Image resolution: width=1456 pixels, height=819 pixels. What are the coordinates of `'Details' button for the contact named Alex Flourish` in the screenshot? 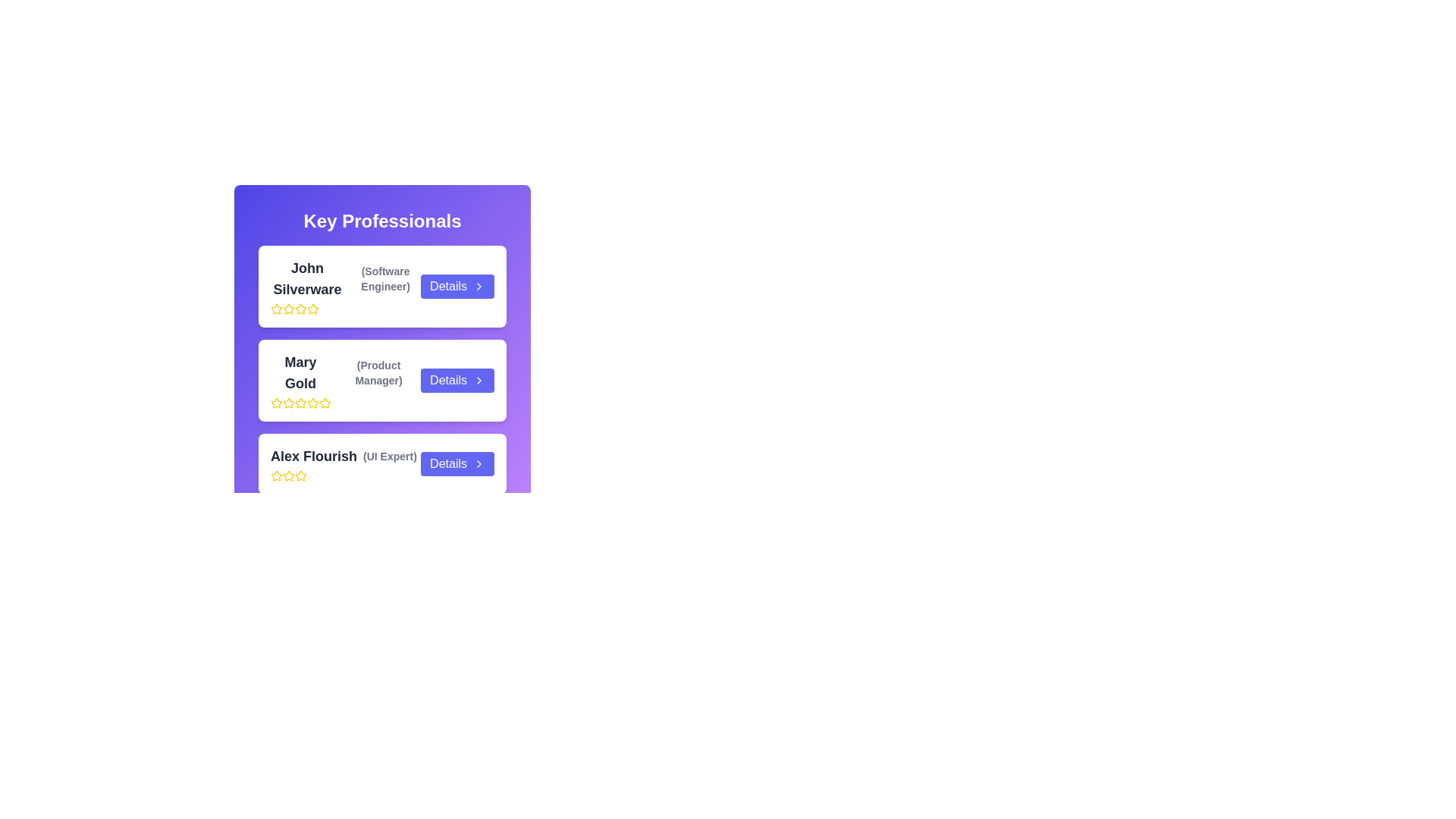 It's located at (457, 463).